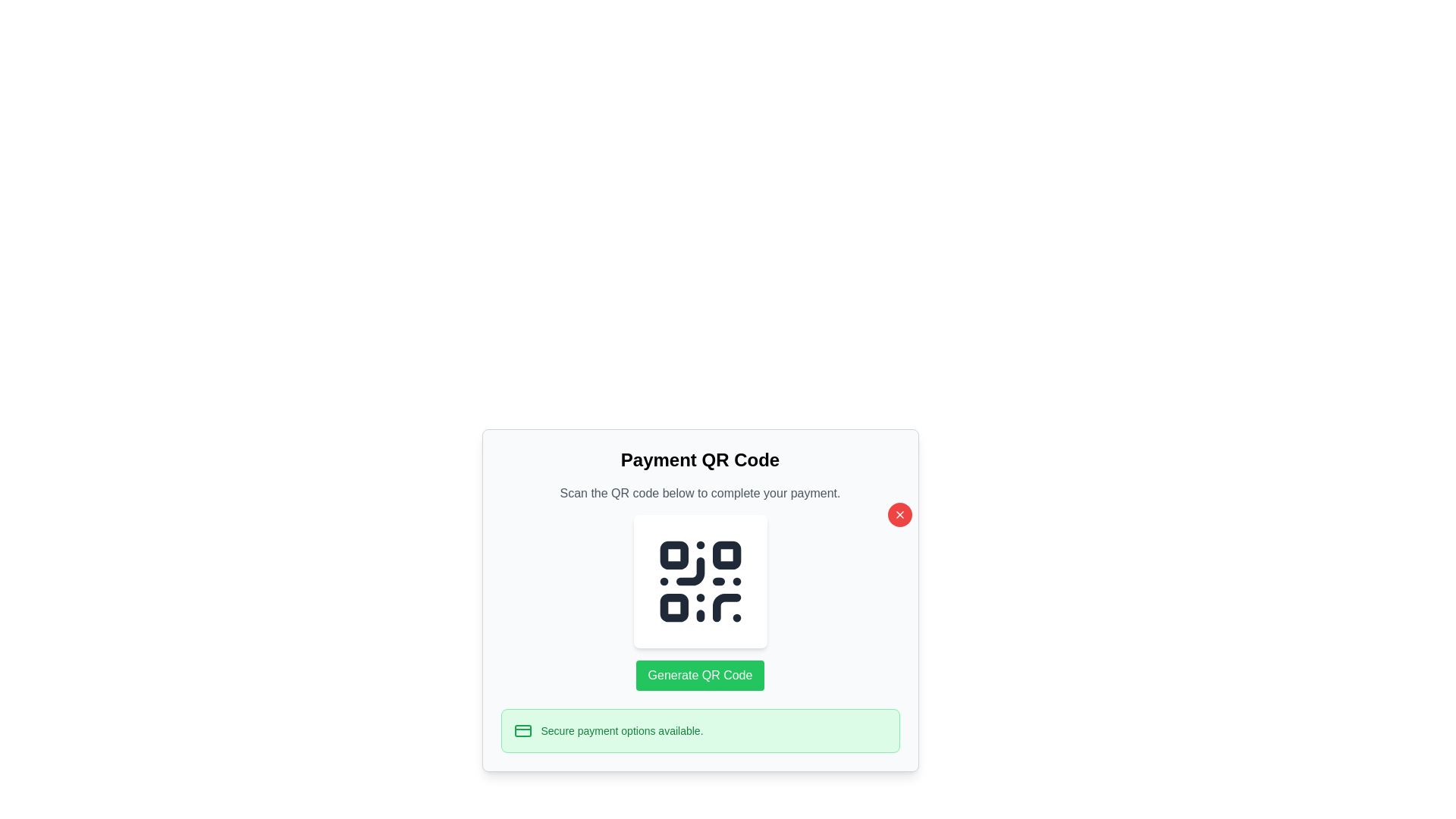  I want to click on the title text element that indicates the purpose of the payment QR code modal, which is located at the top center of the modal, so click(699, 459).